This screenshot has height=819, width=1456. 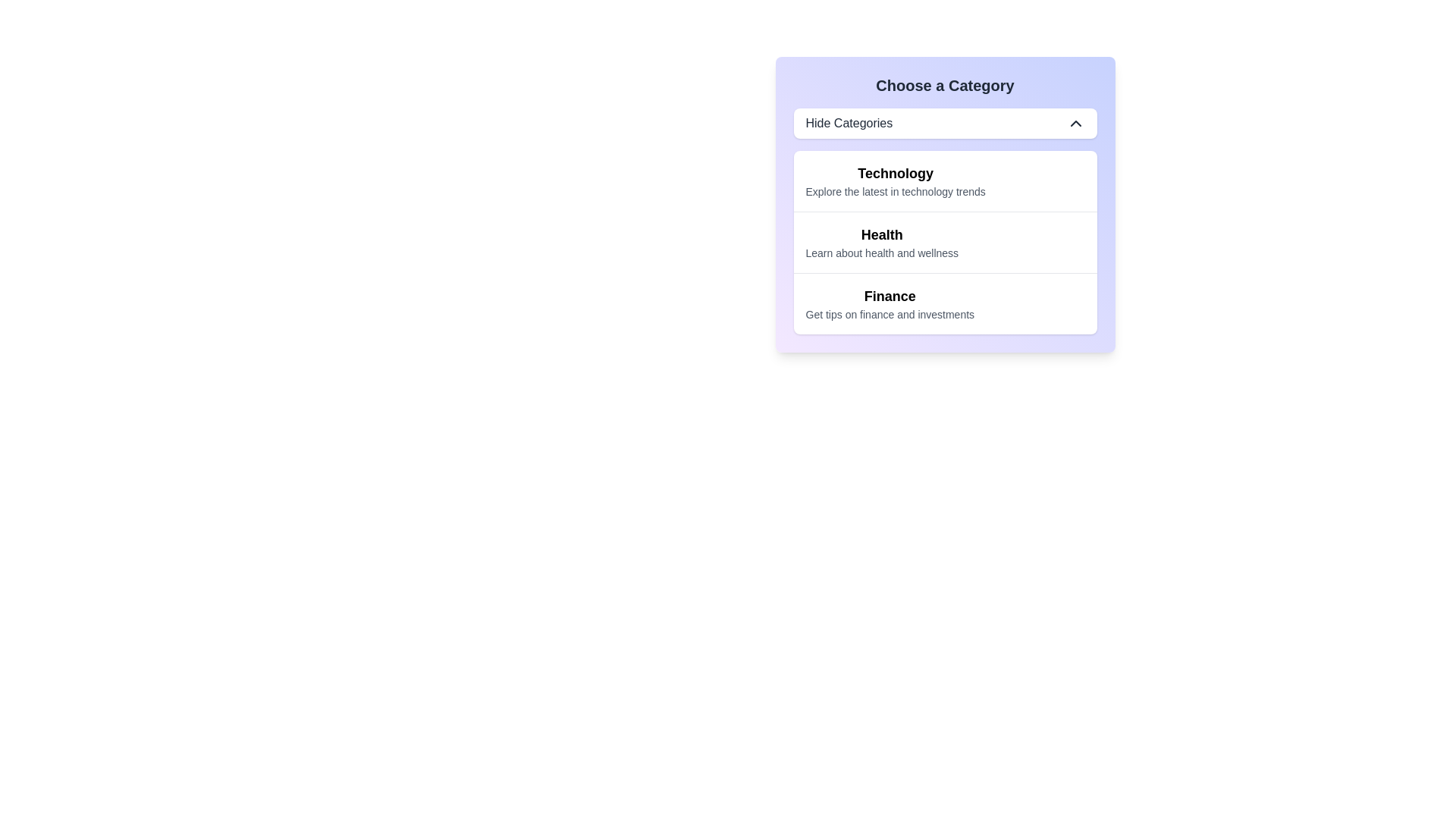 What do you see at coordinates (896, 172) in the screenshot?
I see `the 'Technology' text label, which is bold and larger in font size, located in the light blue section under 'Choose a Category'` at bounding box center [896, 172].